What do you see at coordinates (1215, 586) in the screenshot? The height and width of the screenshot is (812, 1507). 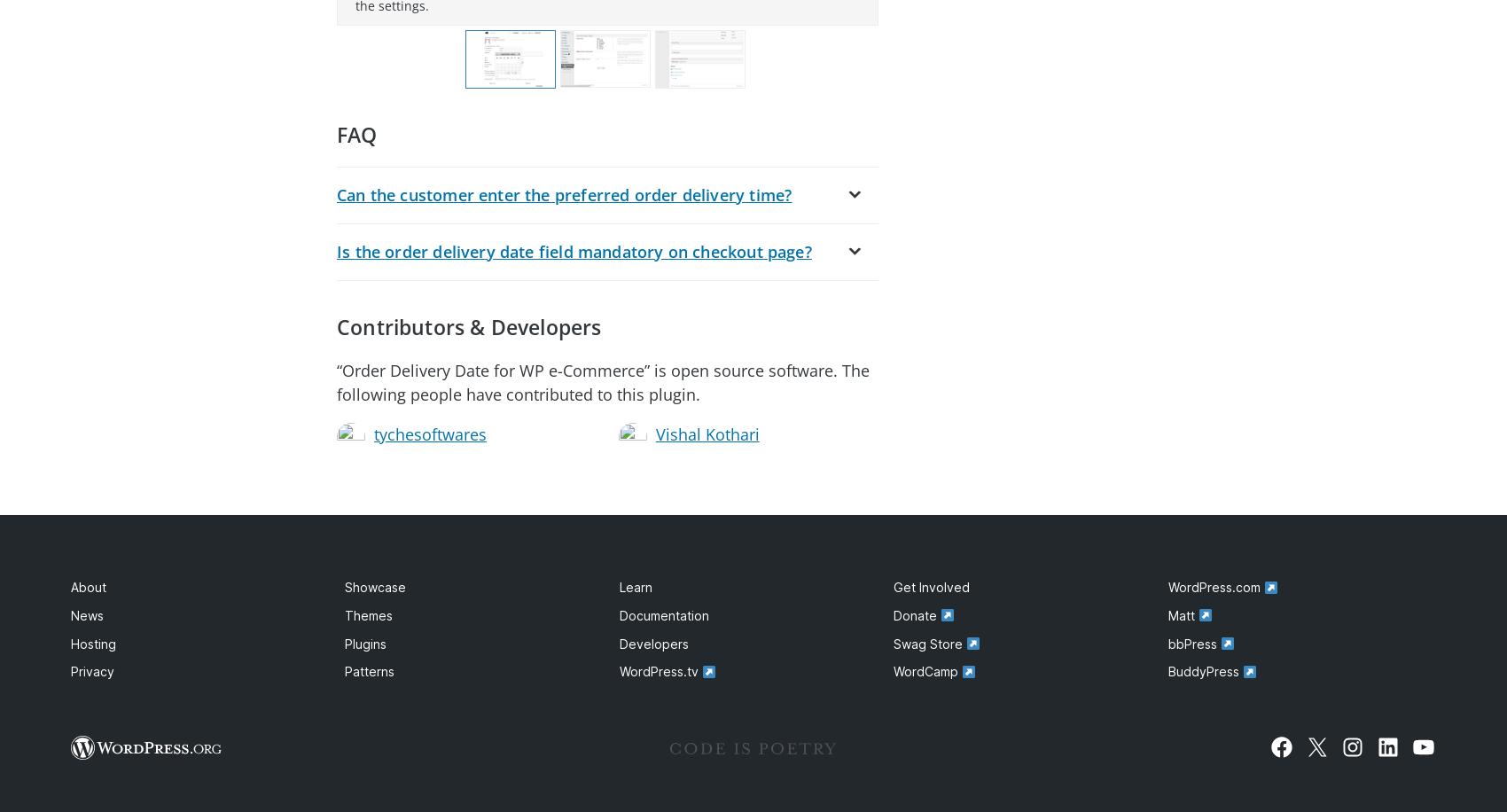 I see `'WordPress.com'` at bounding box center [1215, 586].